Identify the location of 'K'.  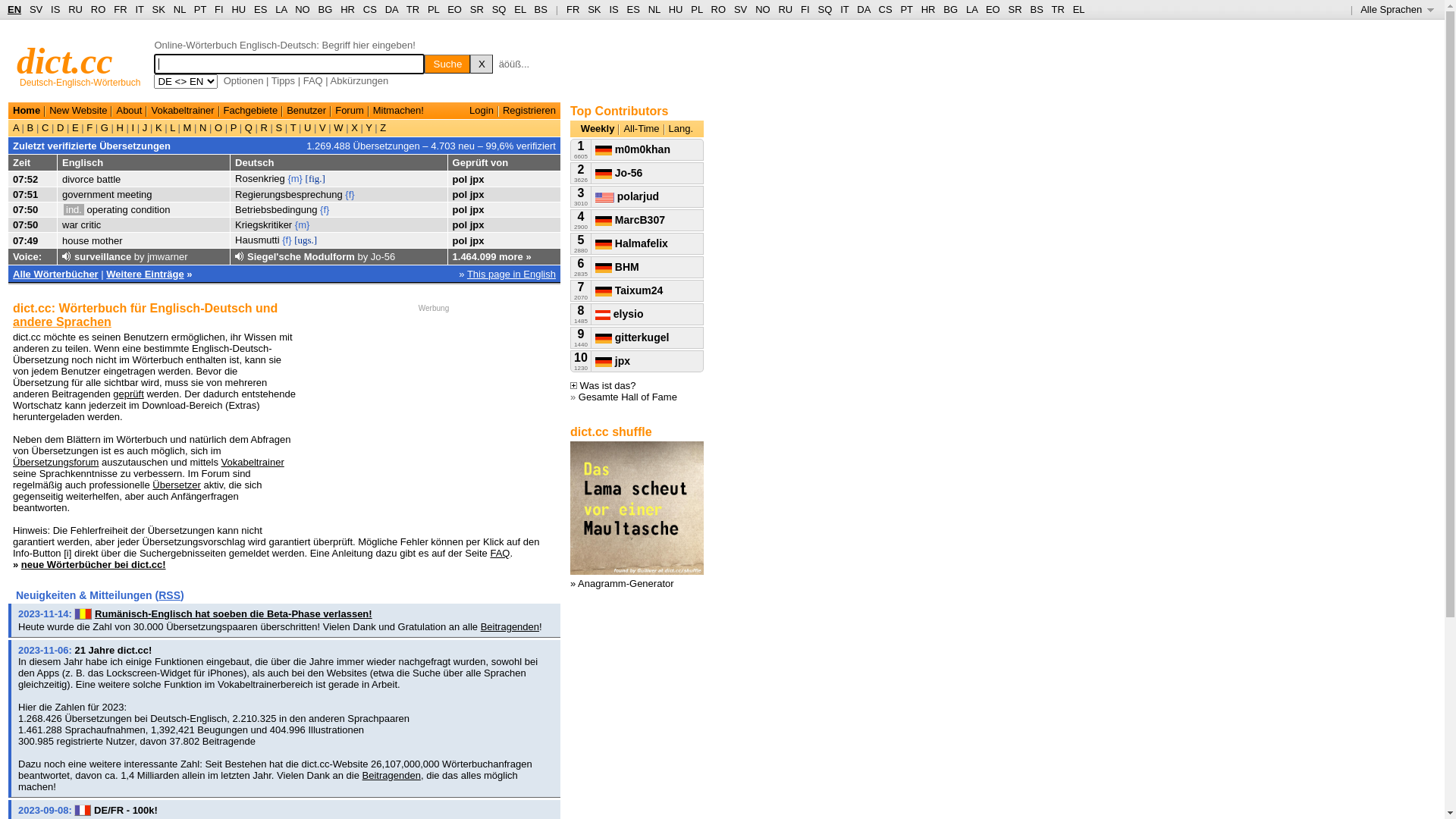
(158, 127).